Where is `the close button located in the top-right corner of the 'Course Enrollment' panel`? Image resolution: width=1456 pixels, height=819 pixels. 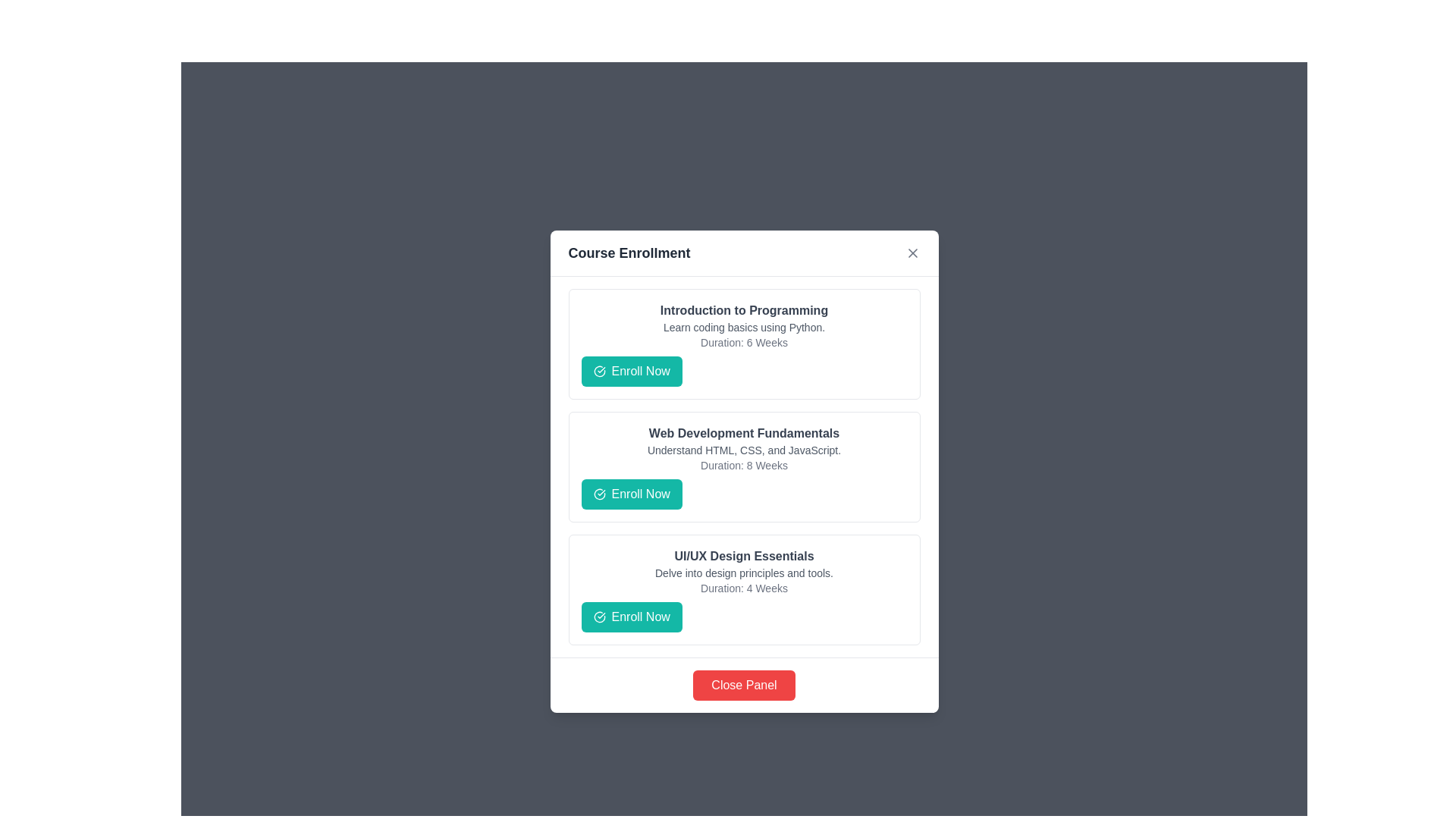 the close button located in the top-right corner of the 'Course Enrollment' panel is located at coordinates (912, 253).